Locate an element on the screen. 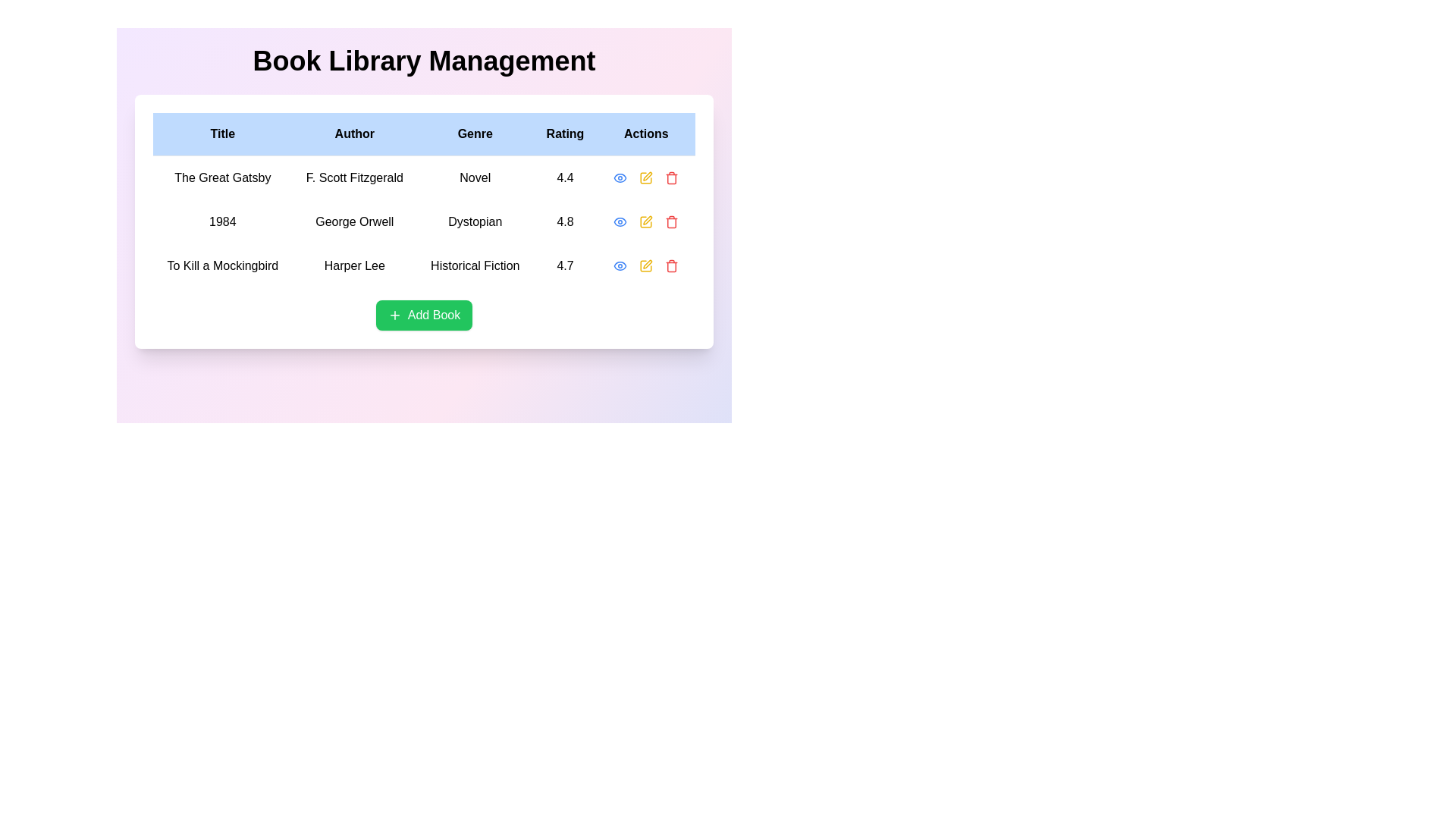 The image size is (1456, 819). the text 'The Great Gatsby' in the Static text label element located in the 'Title' column of the table layout to copy it is located at coordinates (221, 177).